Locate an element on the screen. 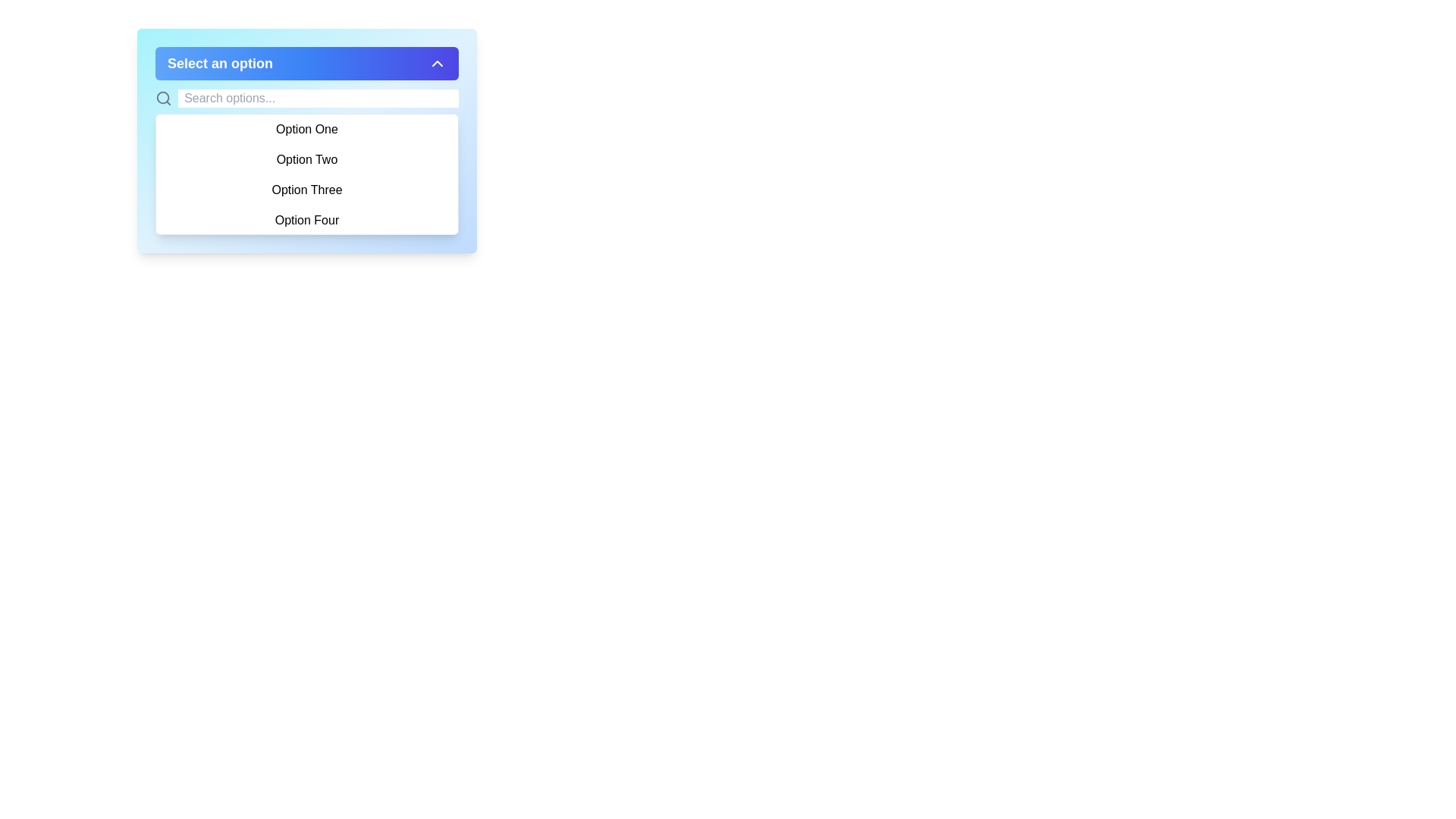  the dropdown menu option is located at coordinates (306, 140).